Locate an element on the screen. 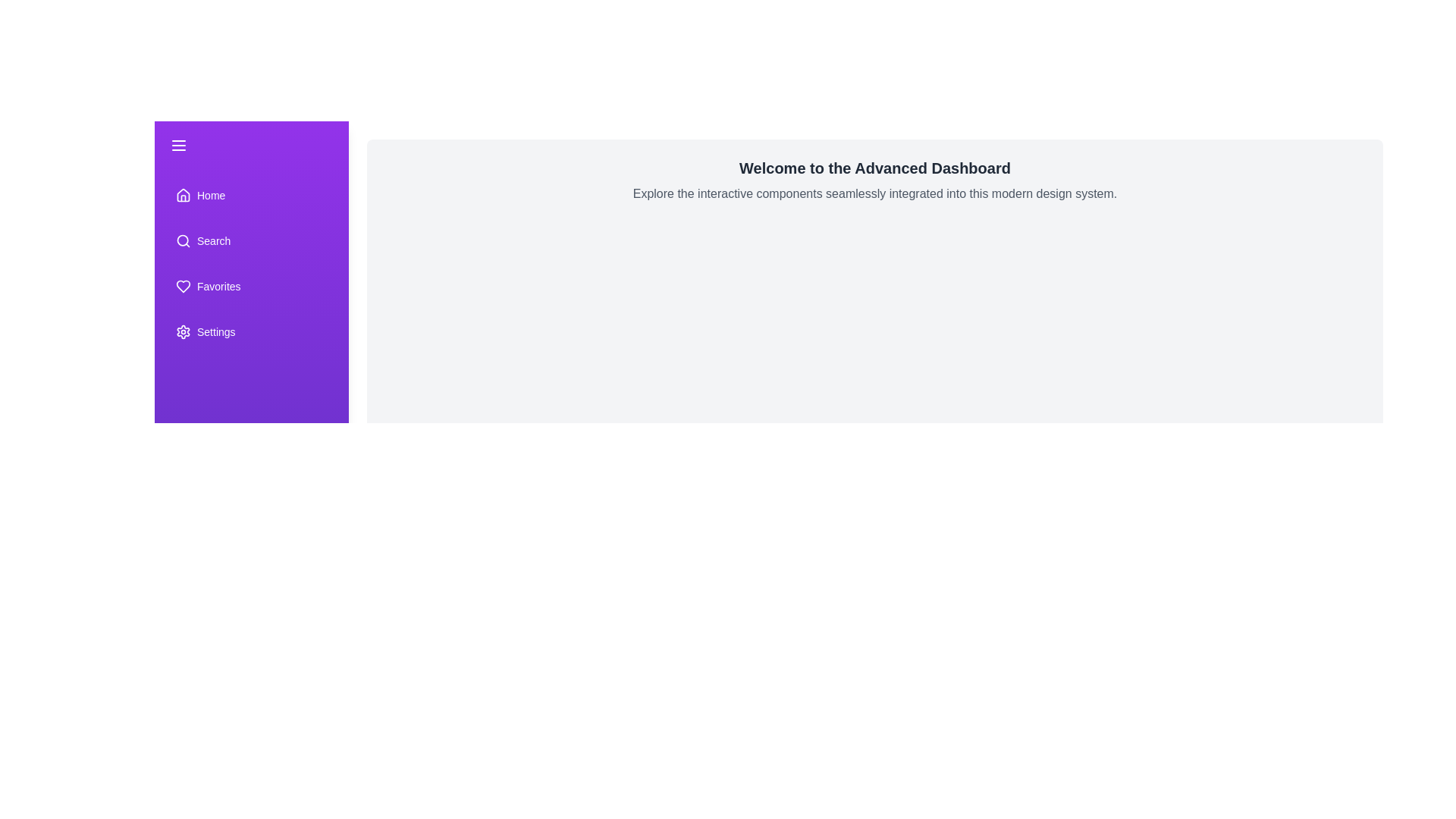 Image resolution: width=1456 pixels, height=819 pixels. the 'Search' menu item in the DashboardDrawer is located at coordinates (251, 240).